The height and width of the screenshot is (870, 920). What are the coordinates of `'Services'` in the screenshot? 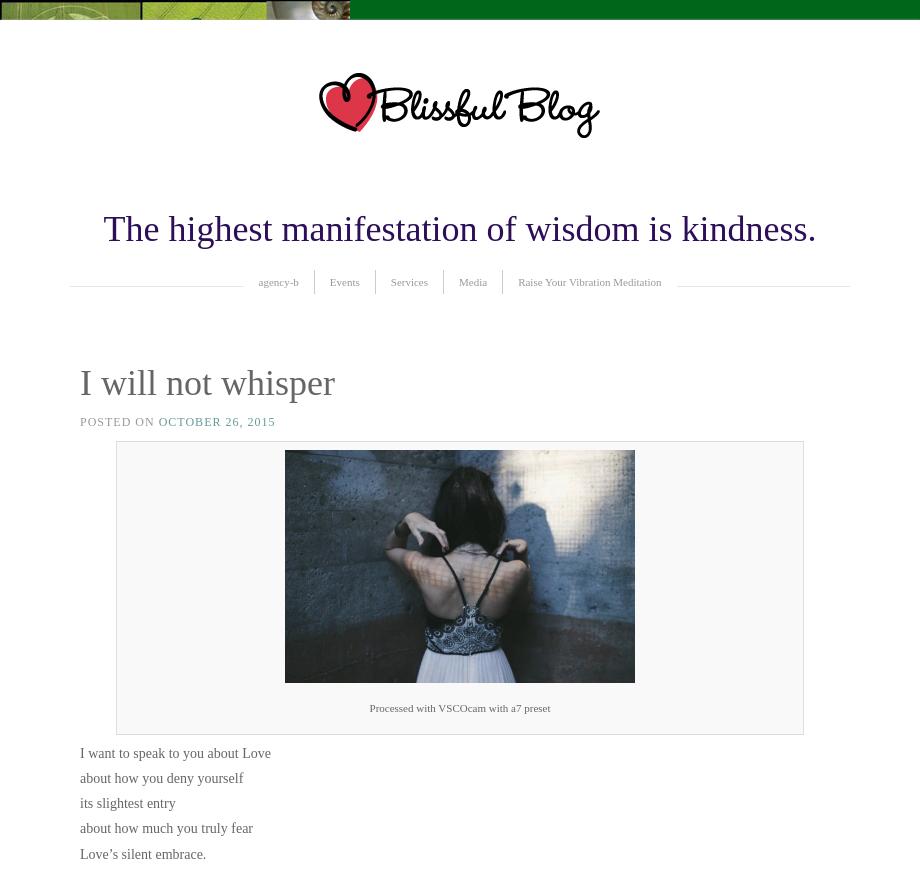 It's located at (408, 281).